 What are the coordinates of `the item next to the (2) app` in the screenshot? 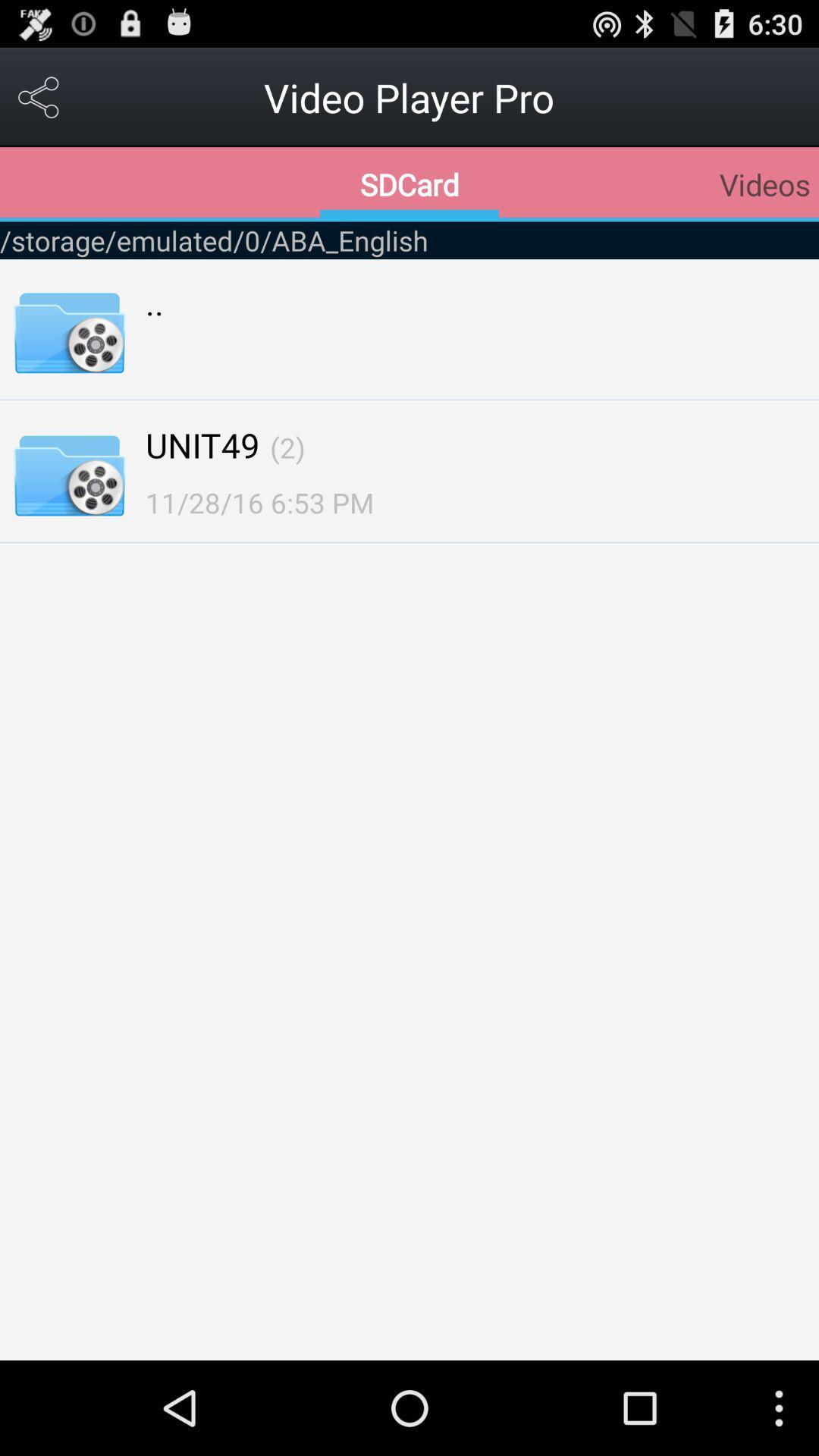 It's located at (202, 444).